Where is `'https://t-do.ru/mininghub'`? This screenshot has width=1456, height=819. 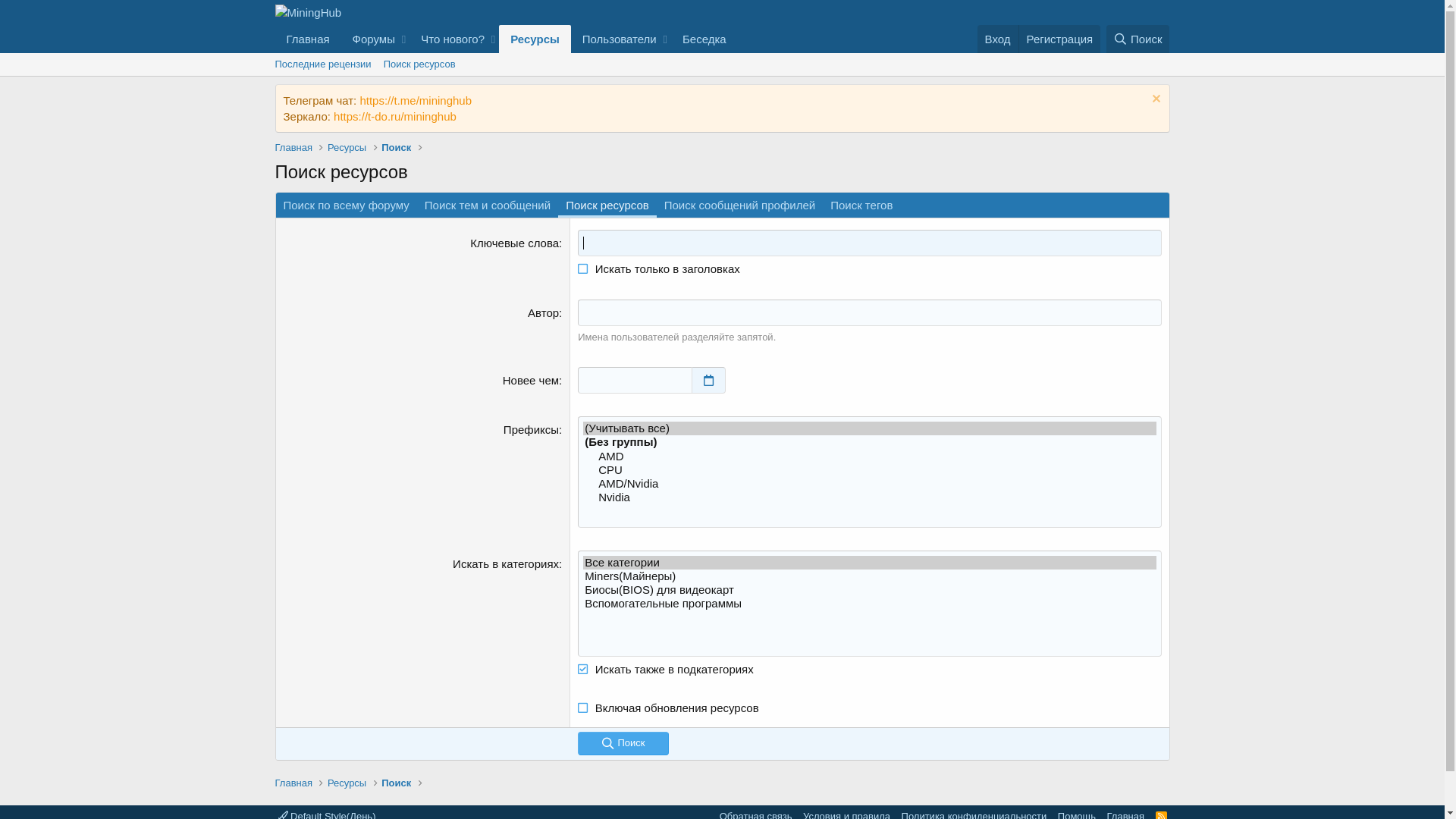
'https://t-do.ru/mininghub' is located at coordinates (333, 115).